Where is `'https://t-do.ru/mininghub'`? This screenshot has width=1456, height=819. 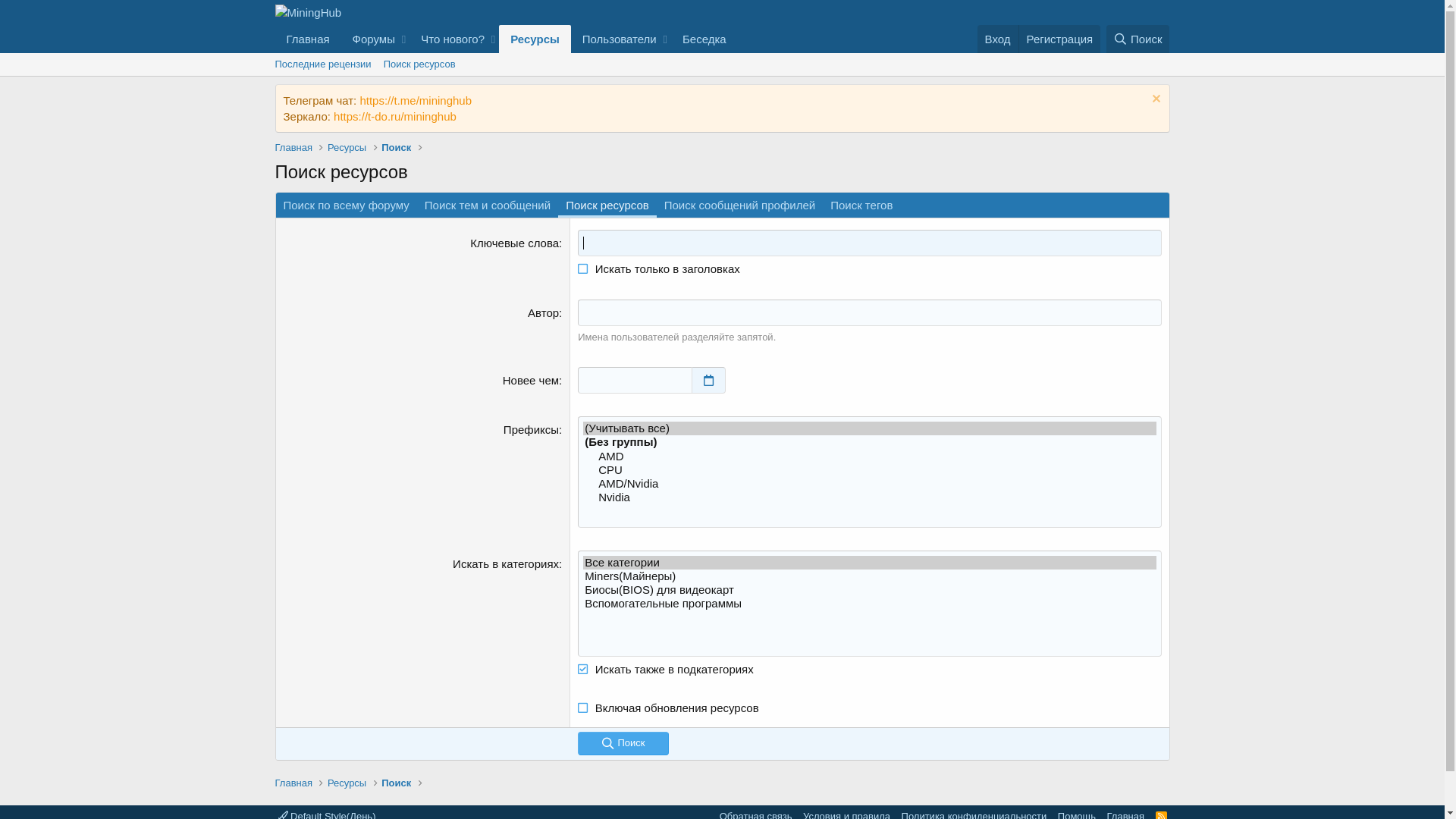
'https://t-do.ru/mininghub' is located at coordinates (333, 115).